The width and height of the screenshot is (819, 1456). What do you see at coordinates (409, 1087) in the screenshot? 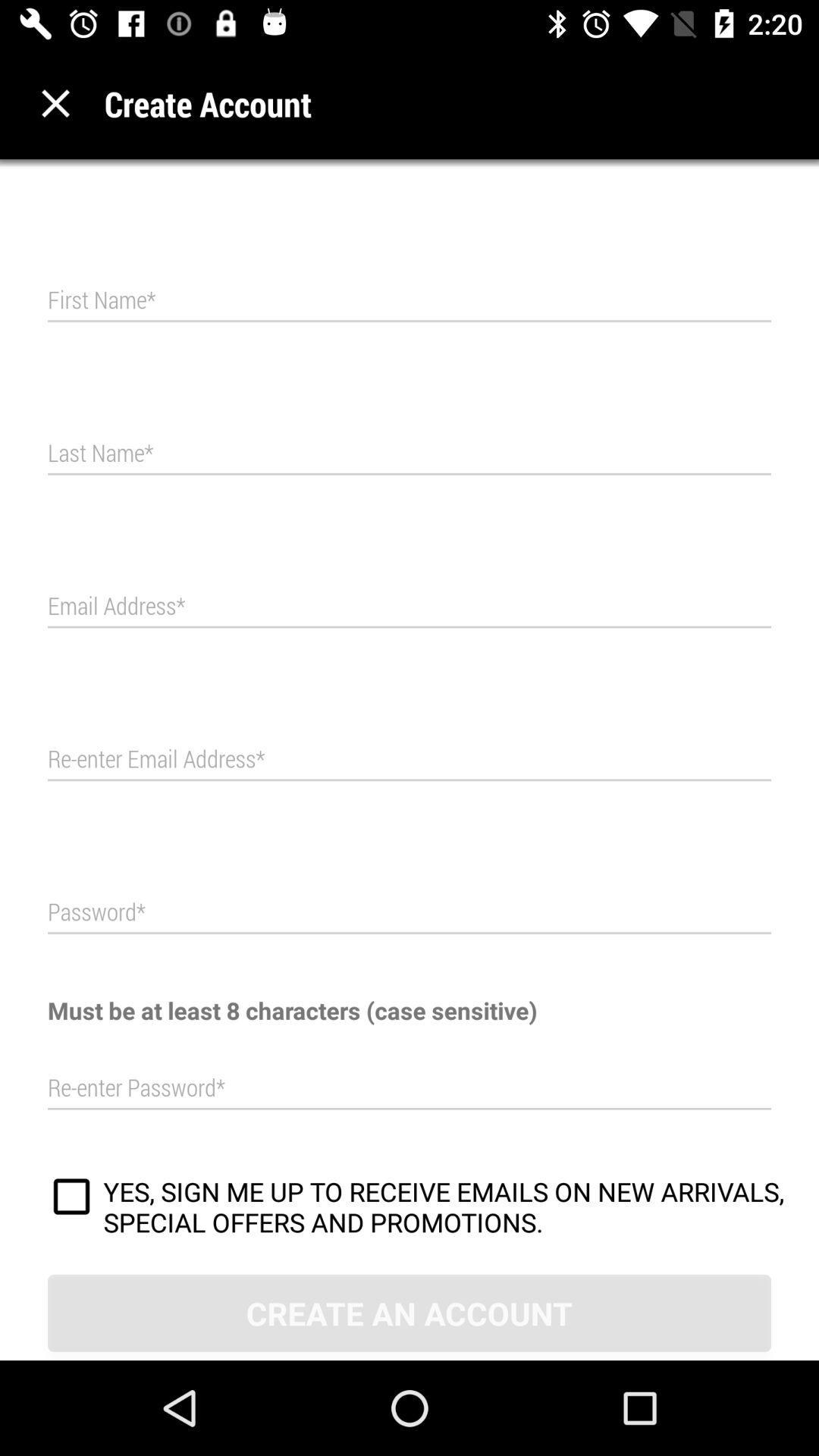
I see `the reenter password  field` at bounding box center [409, 1087].